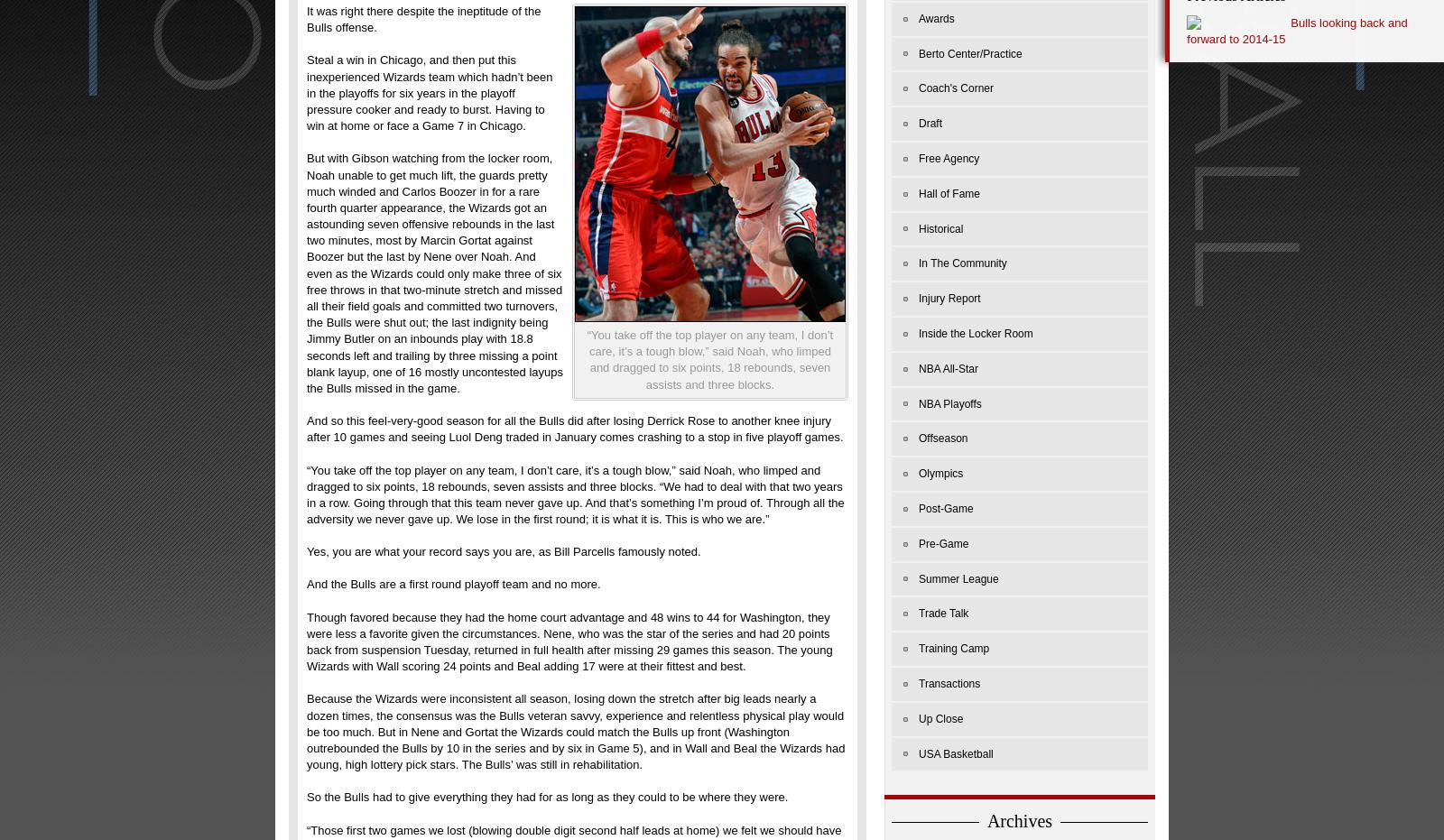  What do you see at coordinates (949, 193) in the screenshot?
I see `'Hall of Fame'` at bounding box center [949, 193].